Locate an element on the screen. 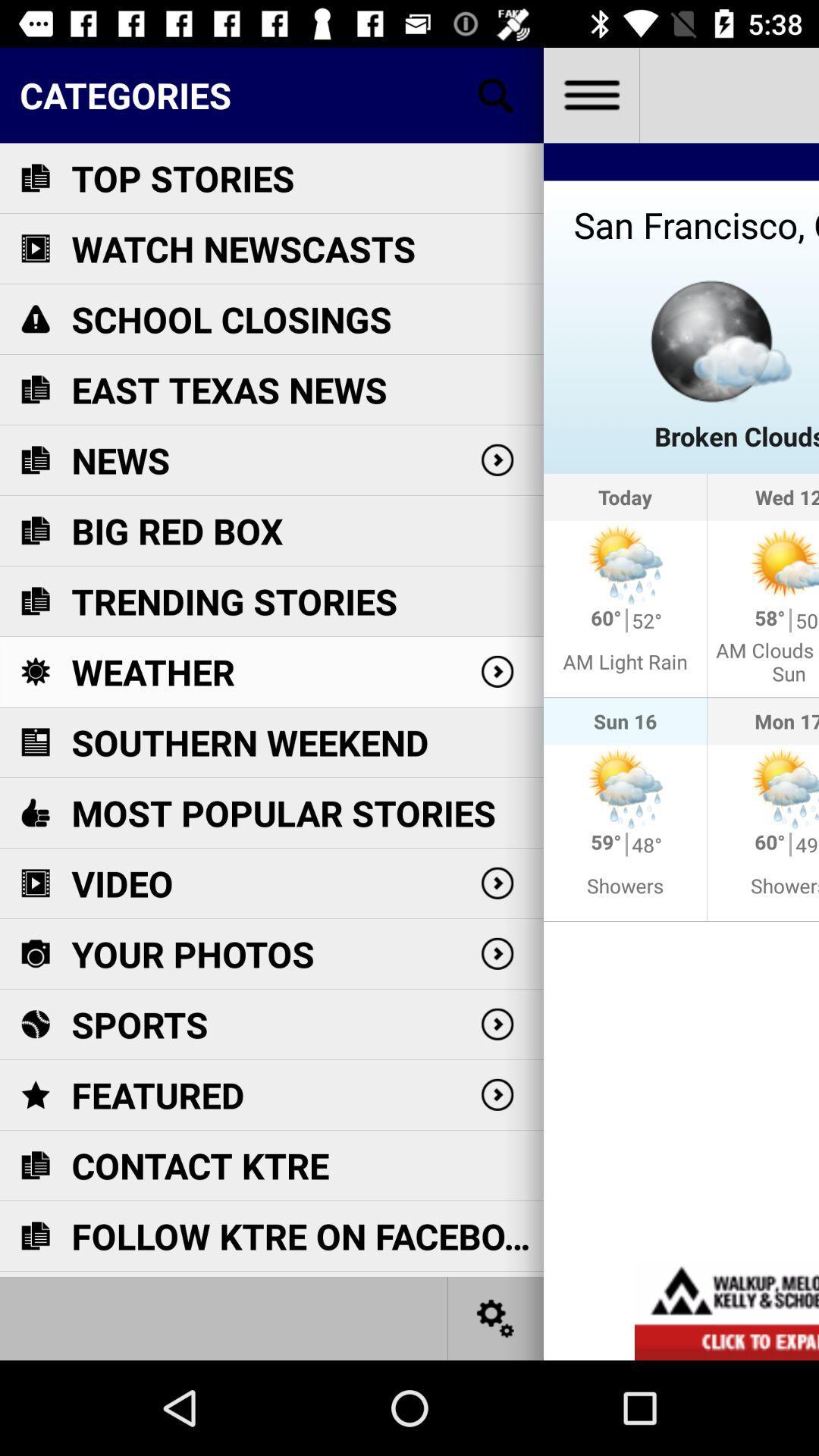 The width and height of the screenshot is (819, 1456). advertisement is located at coordinates (726, 1310).